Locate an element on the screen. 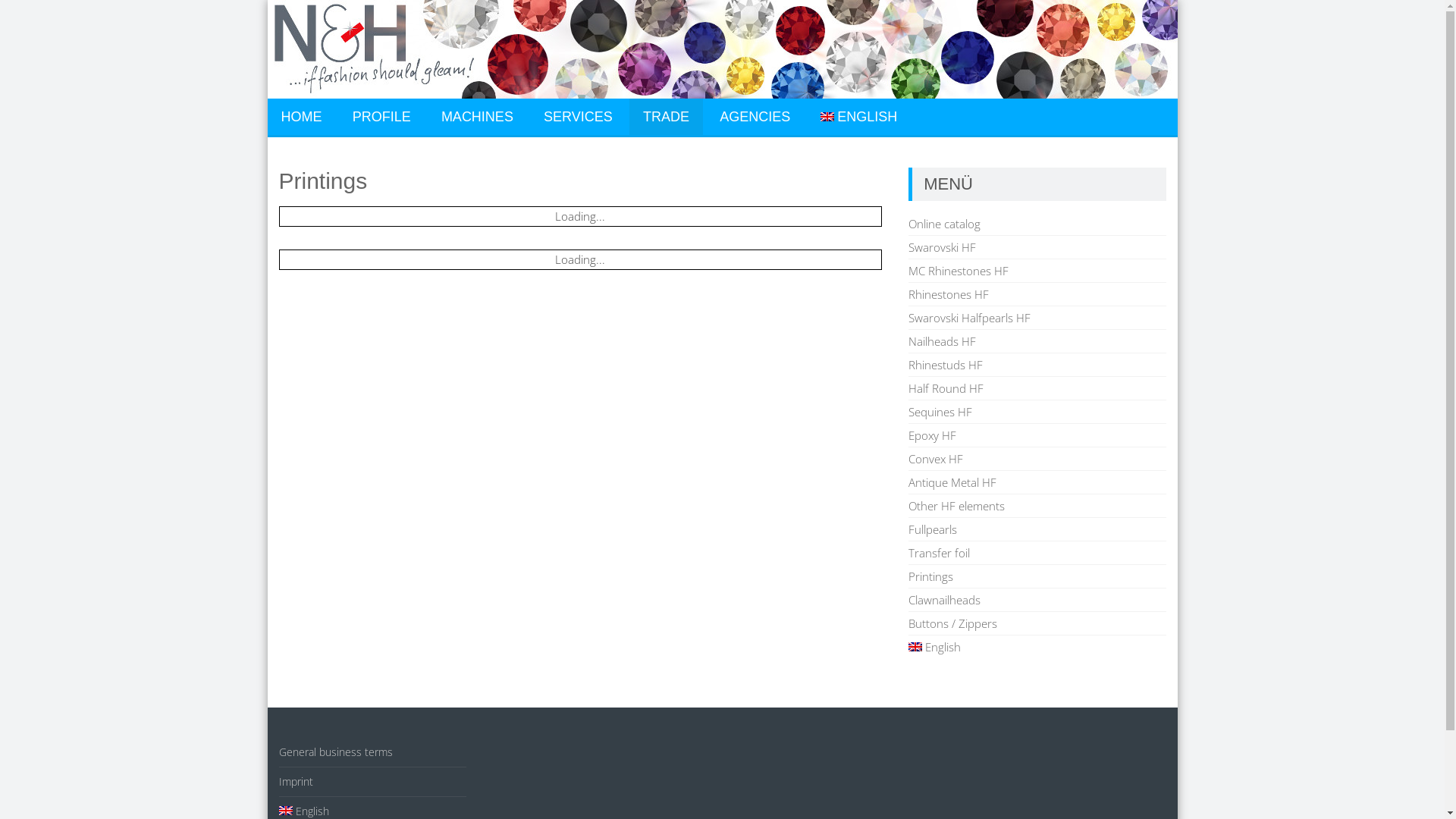 The width and height of the screenshot is (1456, 819). 'Antique Metal HF' is located at coordinates (952, 482).